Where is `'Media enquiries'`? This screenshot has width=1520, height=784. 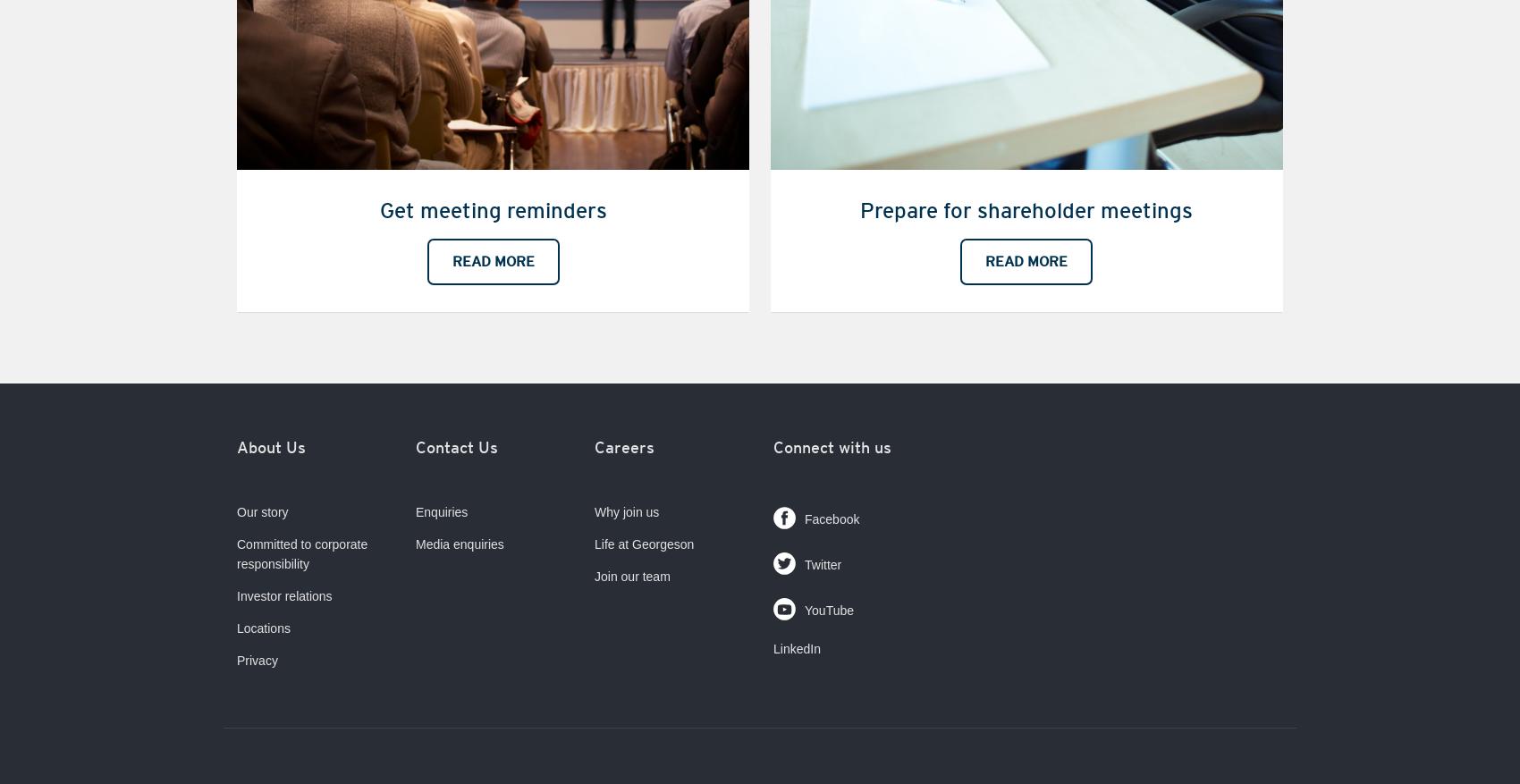 'Media enquiries' is located at coordinates (460, 543).